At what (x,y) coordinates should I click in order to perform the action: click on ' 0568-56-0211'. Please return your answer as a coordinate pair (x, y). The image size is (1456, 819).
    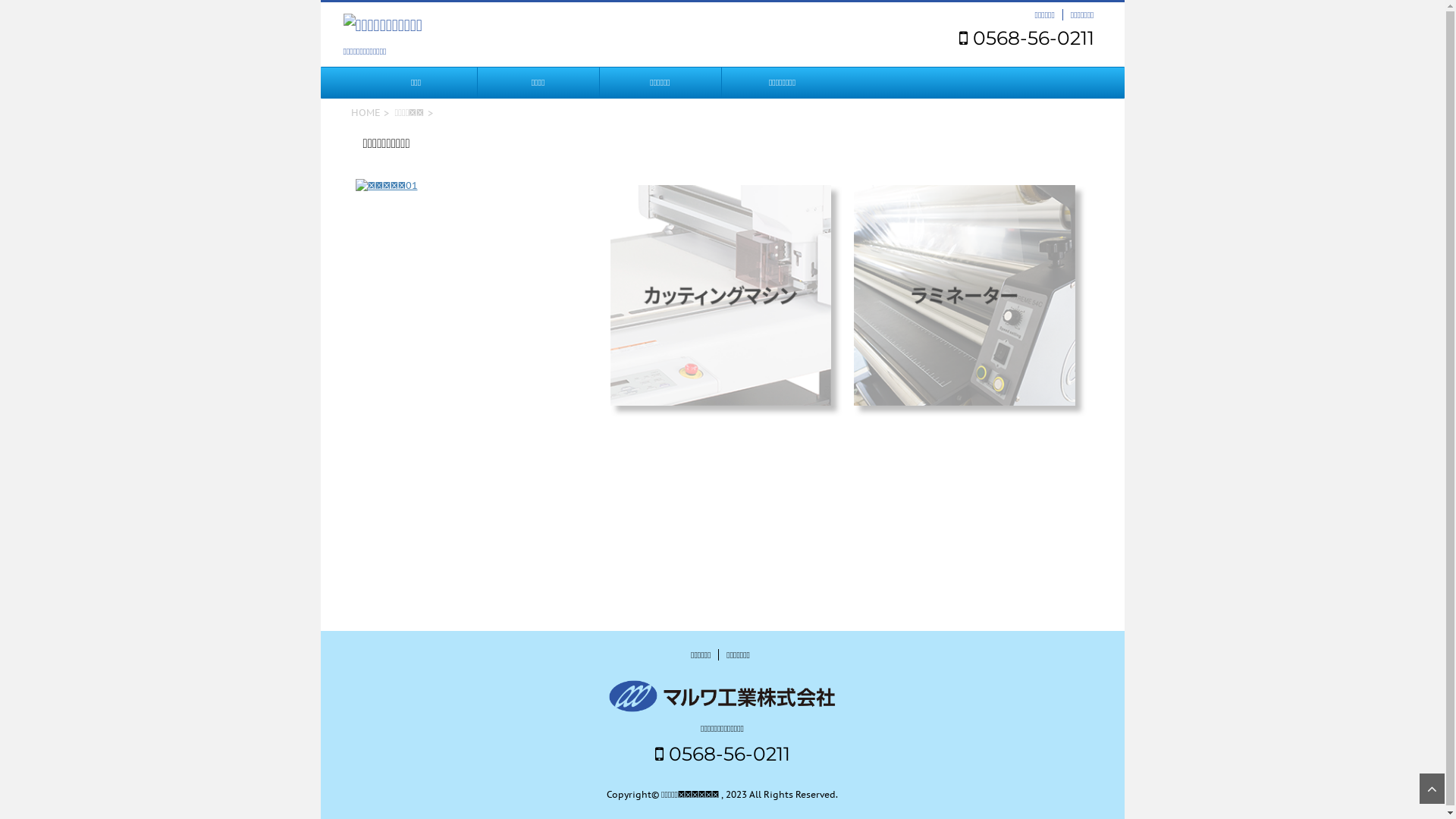
    Looking at the image, I should click on (722, 754).